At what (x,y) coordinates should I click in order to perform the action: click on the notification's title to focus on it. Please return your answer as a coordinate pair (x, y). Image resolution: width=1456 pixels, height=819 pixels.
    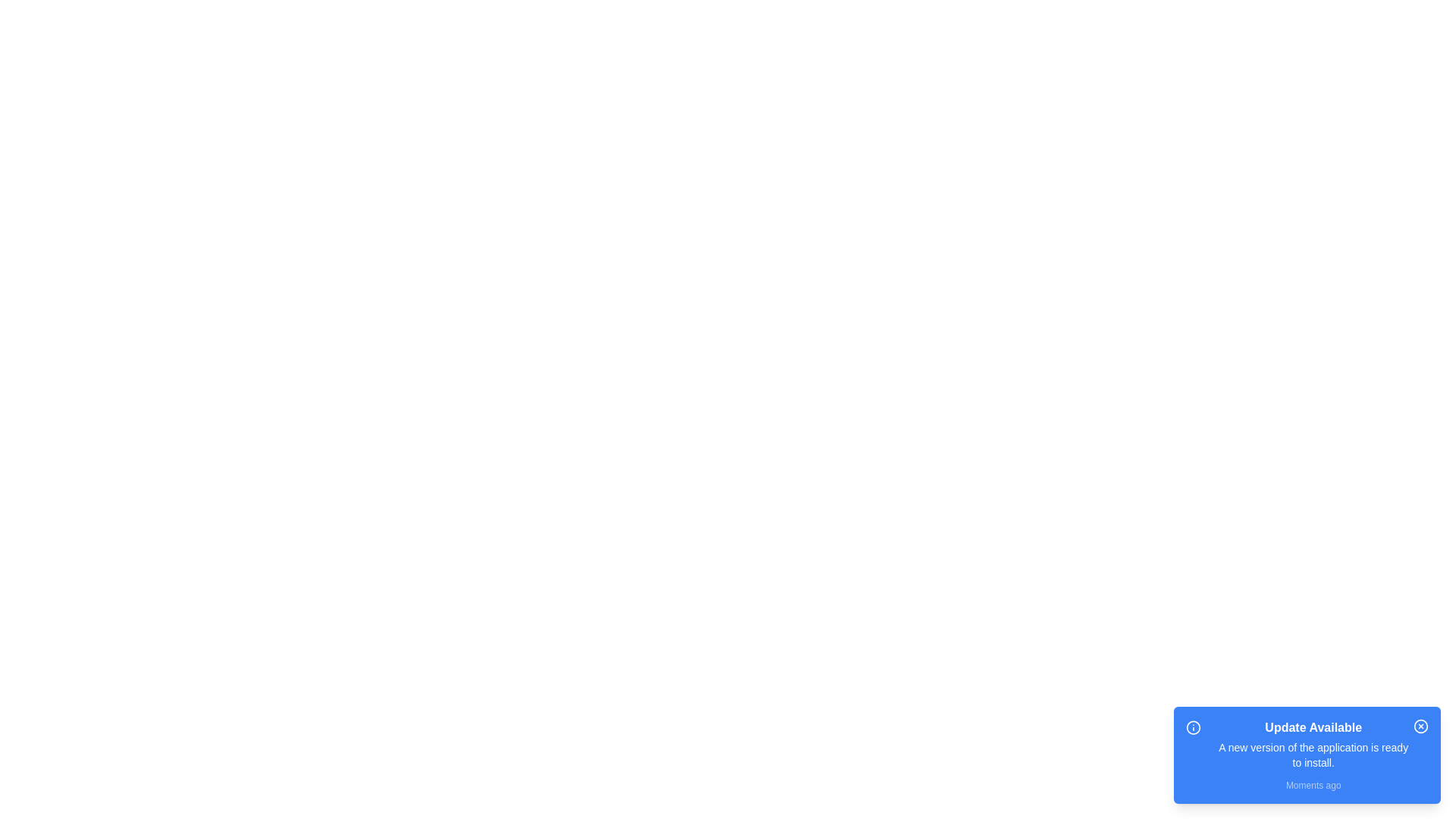
    Looking at the image, I should click on (1313, 727).